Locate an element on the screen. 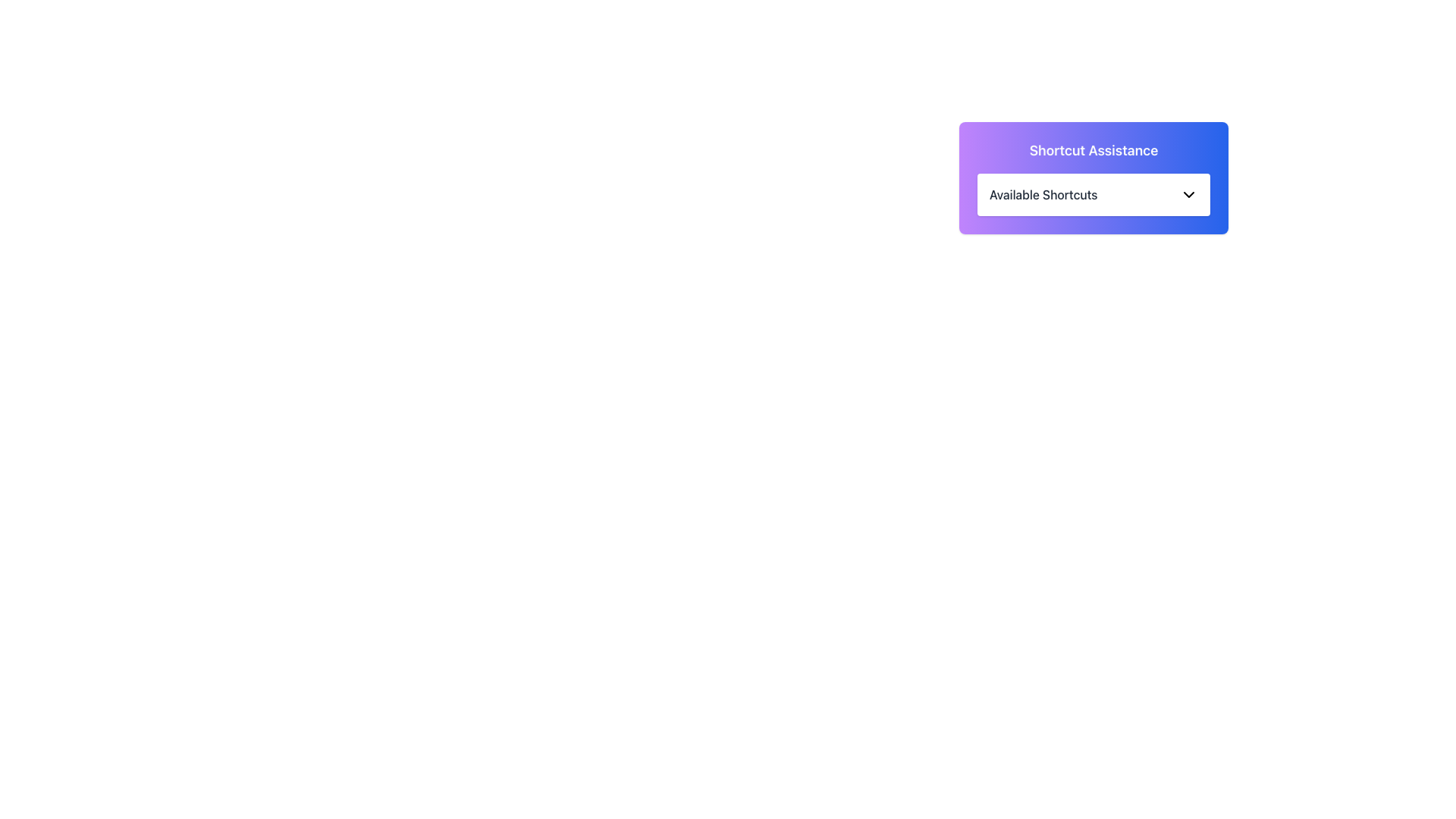 This screenshot has width=1456, height=819. the dropdown control icon represented by a chevron down symbol located in the top-right corner of the 'Available Shortcuts' section is located at coordinates (1188, 194).